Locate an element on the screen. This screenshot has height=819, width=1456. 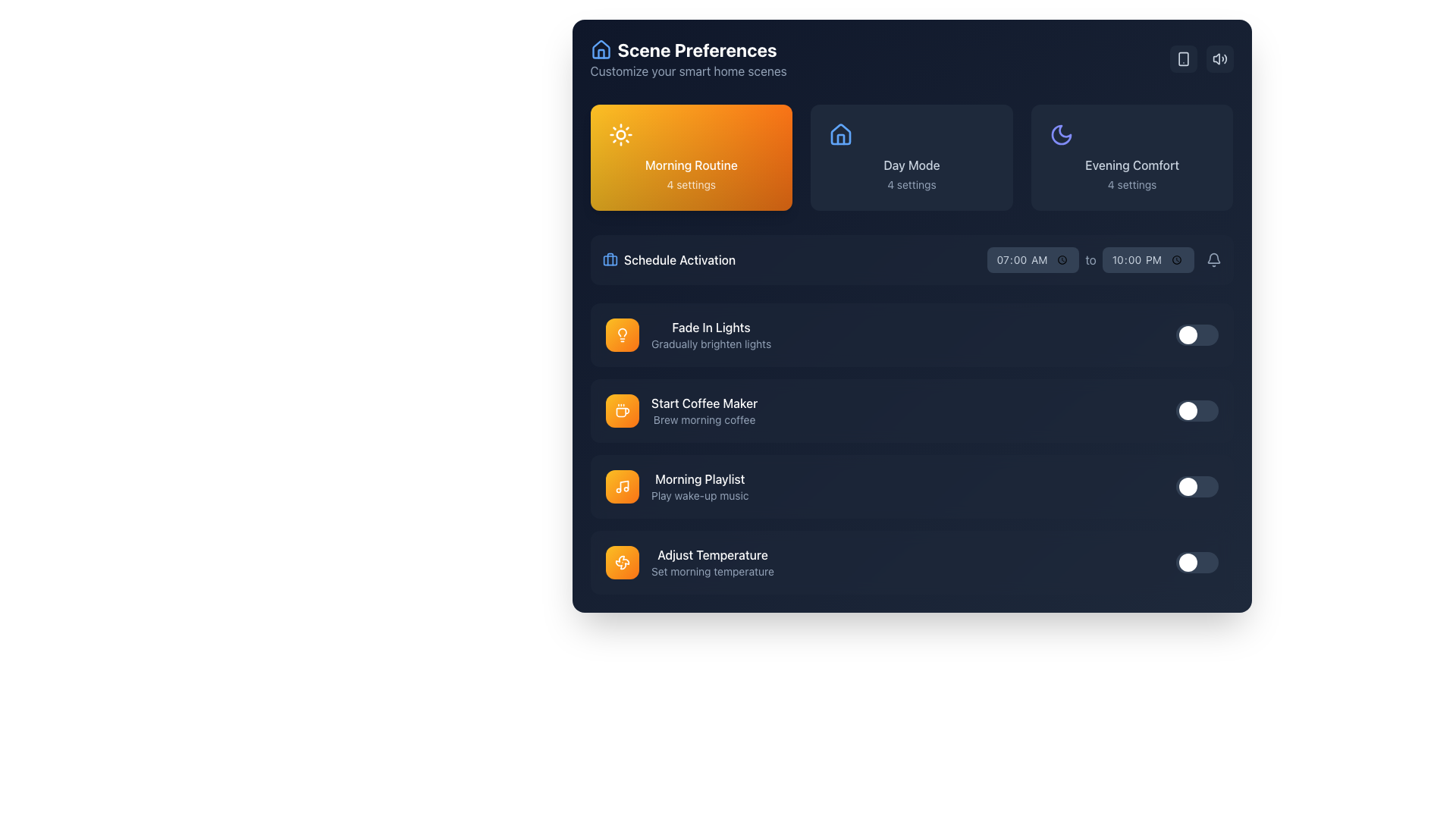
the 'Adjust Temperature' text label, which is a bold white font element with a smaller light gray description below it, located in the lower part of the panel under 'Schedule Activation' is located at coordinates (711, 562).